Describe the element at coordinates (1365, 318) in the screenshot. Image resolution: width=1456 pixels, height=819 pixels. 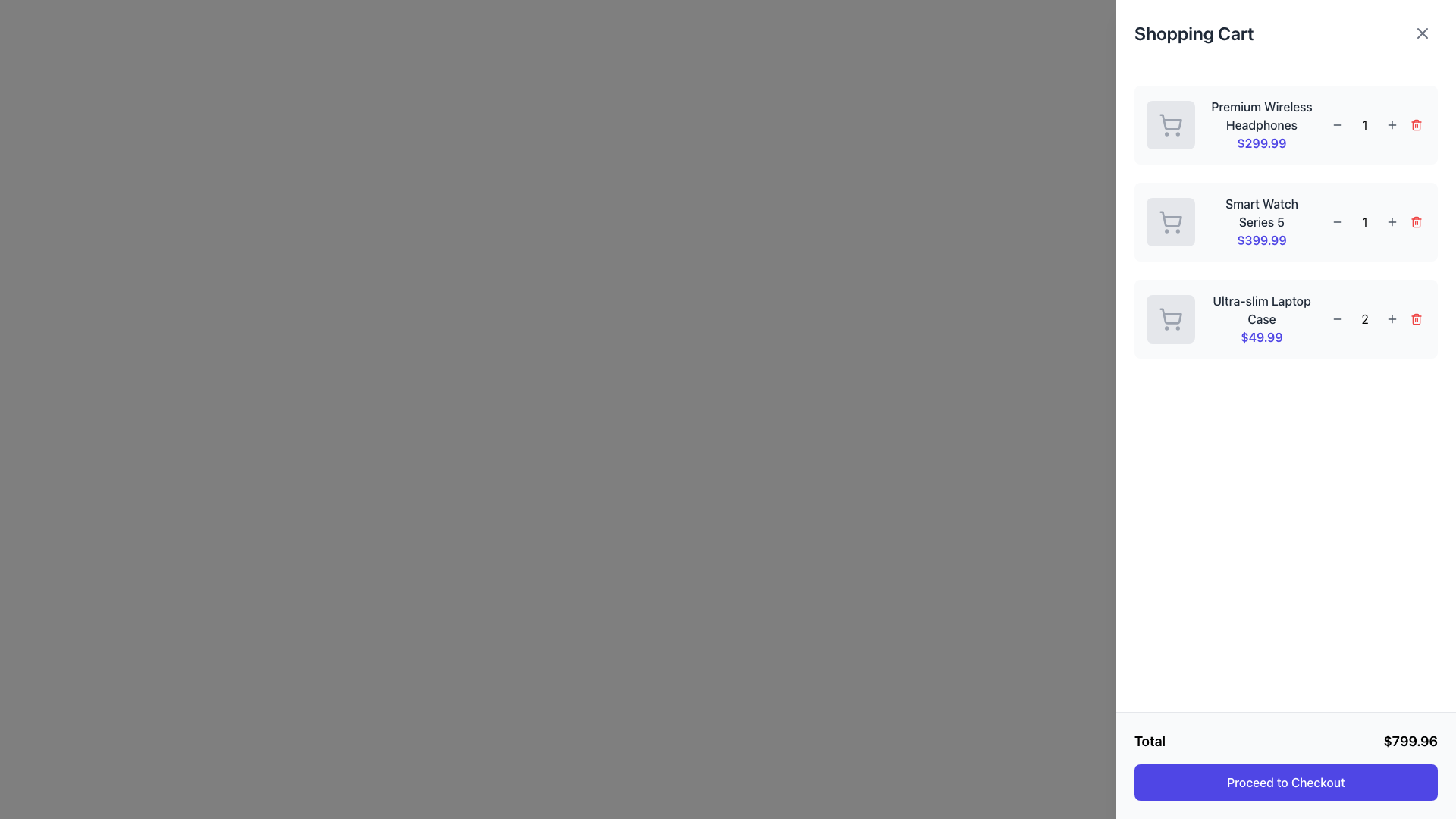
I see `the displayed quantity of the 'Ultra-slim Laptop Case' in the shopping cart, which is represented by a text label positioned between the minus and plus buttons` at that location.